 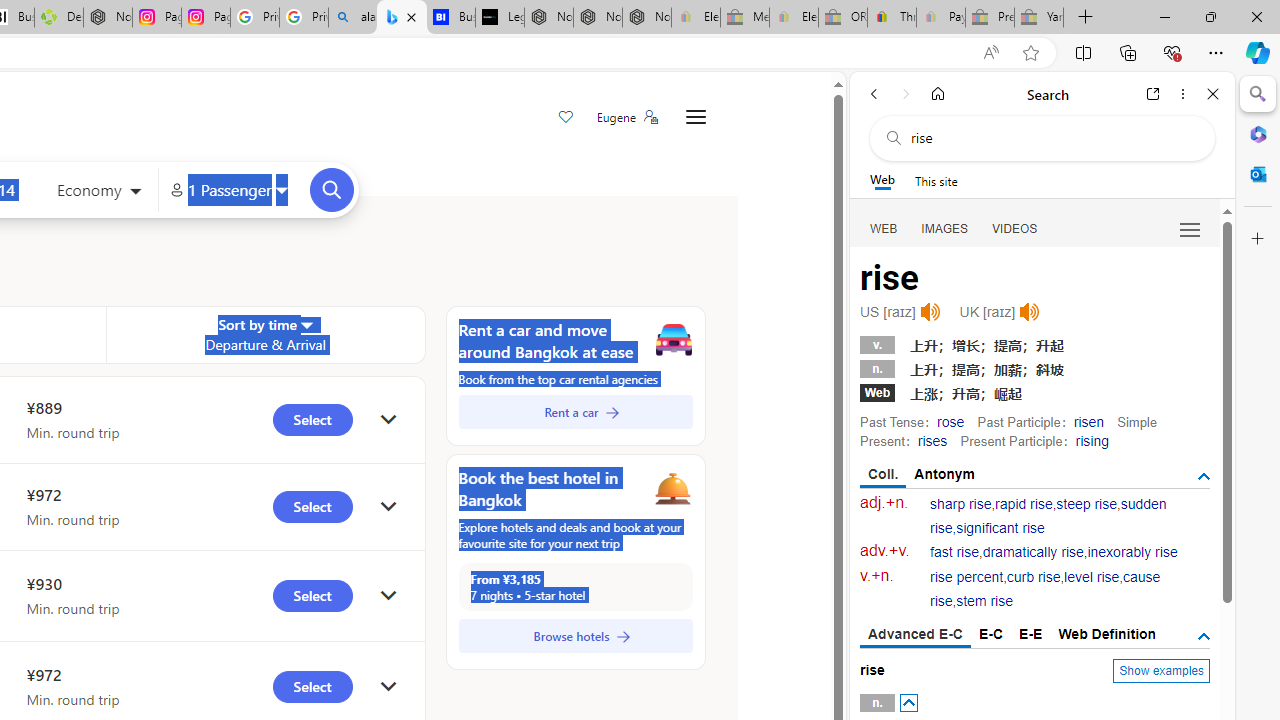 I want to click on 'Rent a car', so click(x=574, y=411).